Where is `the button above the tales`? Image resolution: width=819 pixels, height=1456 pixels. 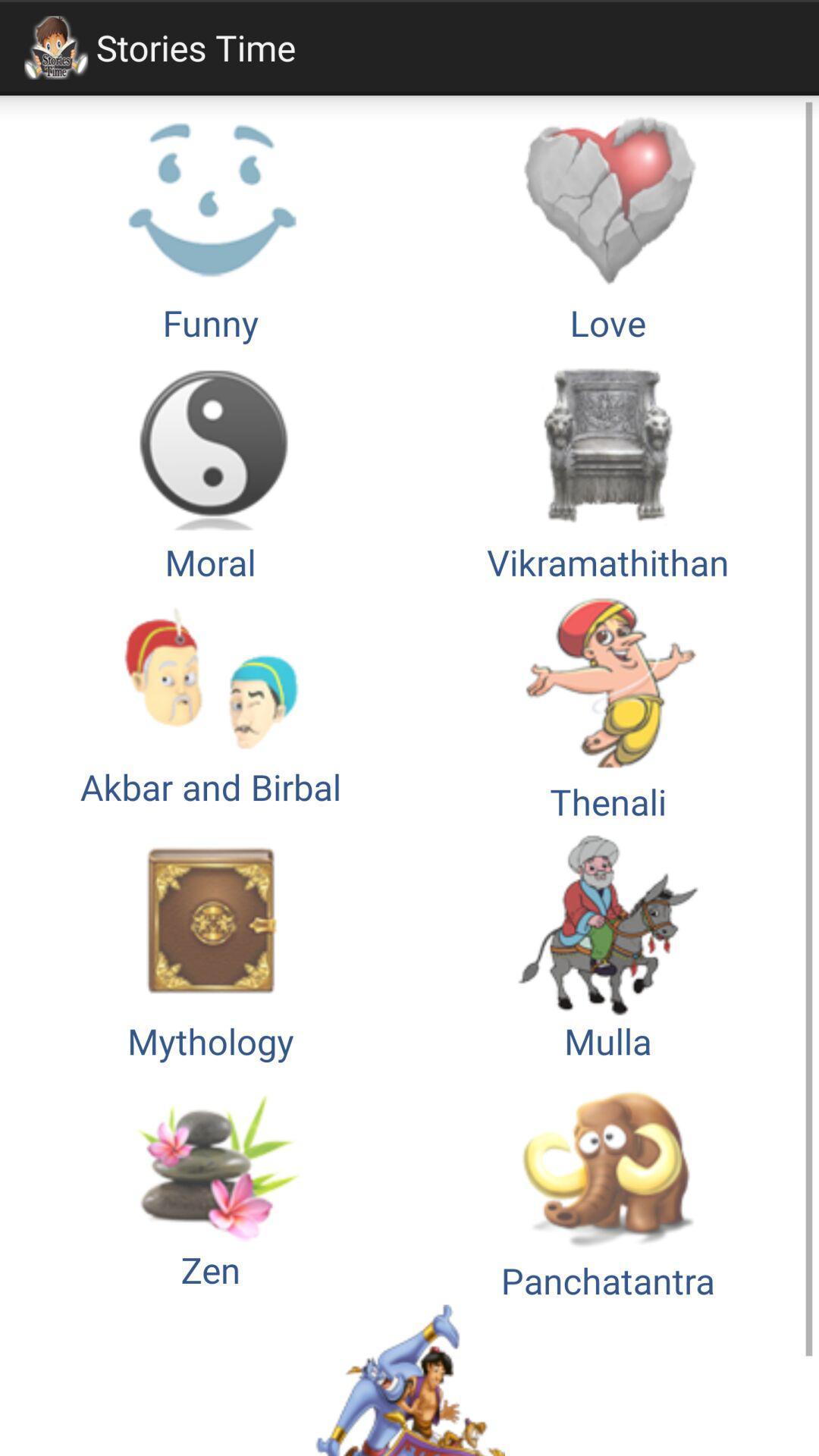 the button above the tales is located at coordinates (607, 1184).